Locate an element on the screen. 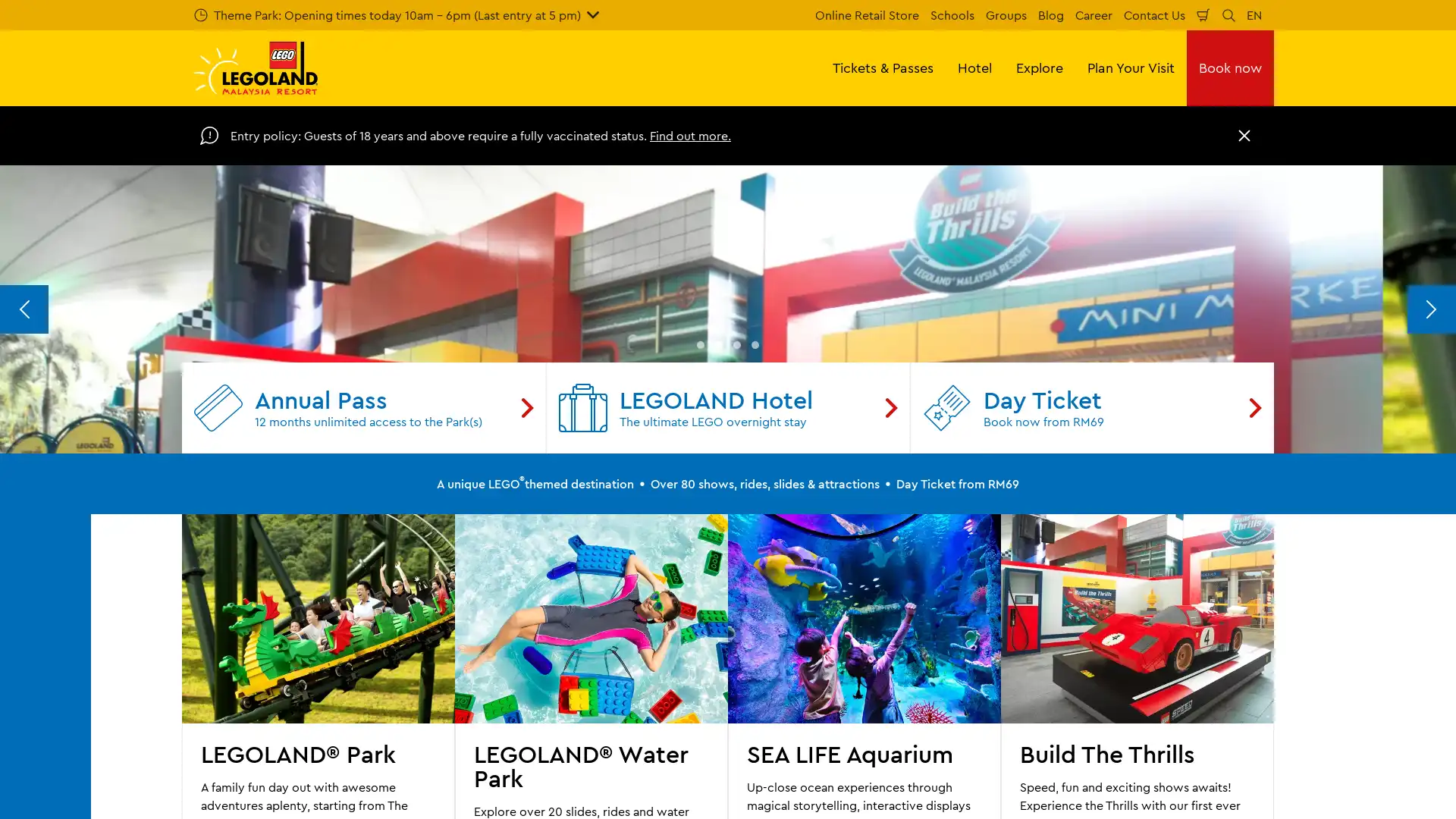 The image size is (1456, 819). Go to slide 3 is located at coordinates (736, 646).